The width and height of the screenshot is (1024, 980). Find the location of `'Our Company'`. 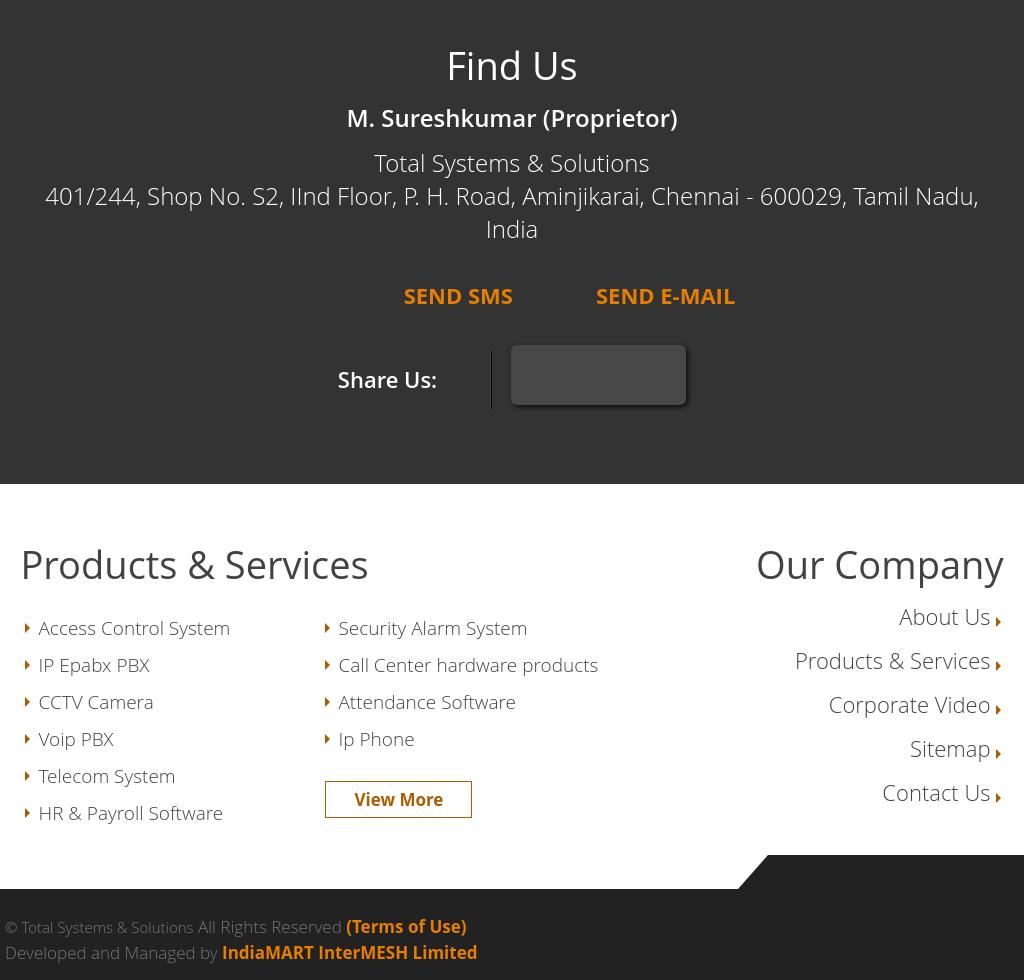

'Our Company' is located at coordinates (879, 563).